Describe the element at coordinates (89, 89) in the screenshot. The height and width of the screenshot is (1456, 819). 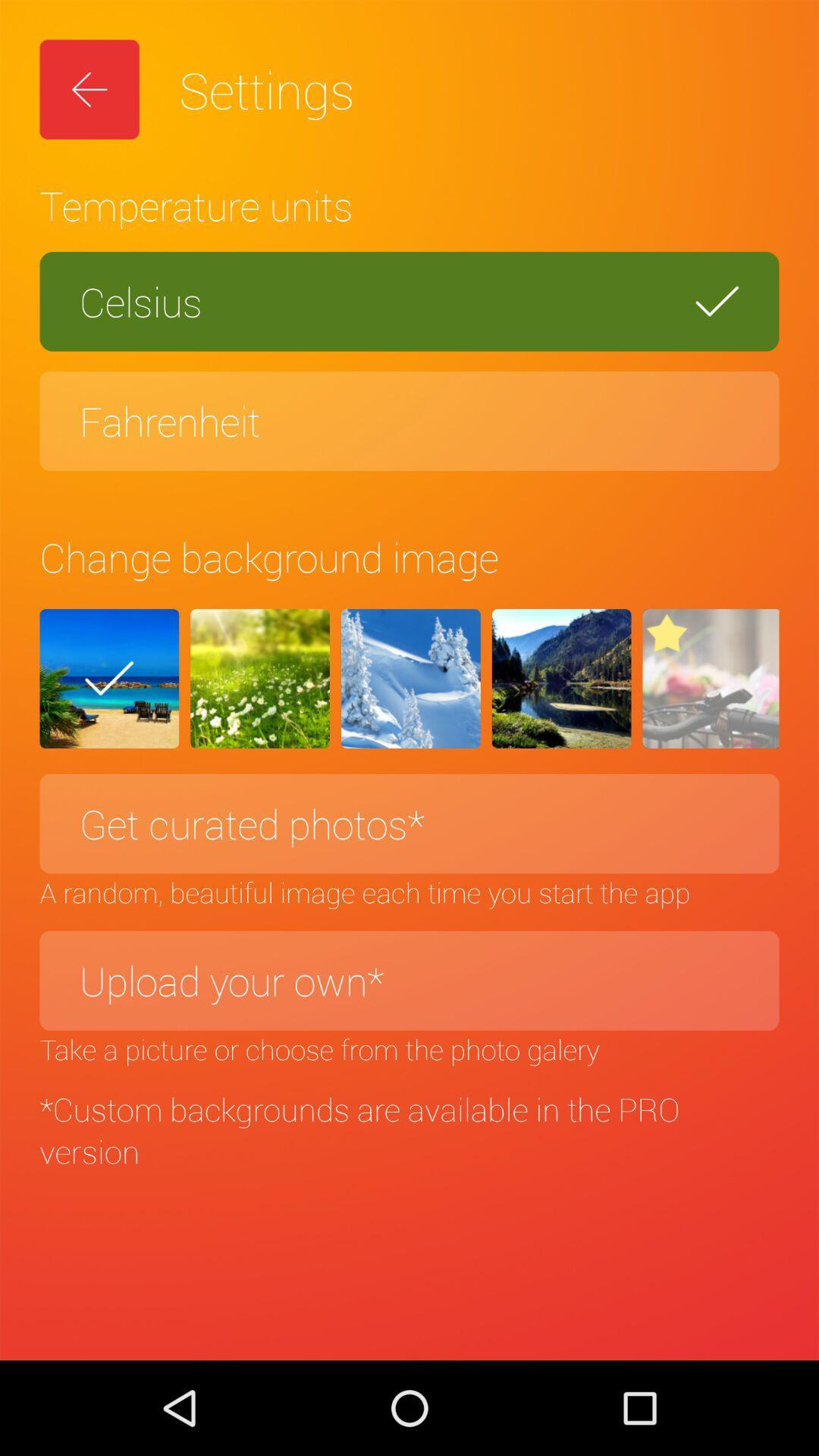
I see `item to the left of the settings icon` at that location.